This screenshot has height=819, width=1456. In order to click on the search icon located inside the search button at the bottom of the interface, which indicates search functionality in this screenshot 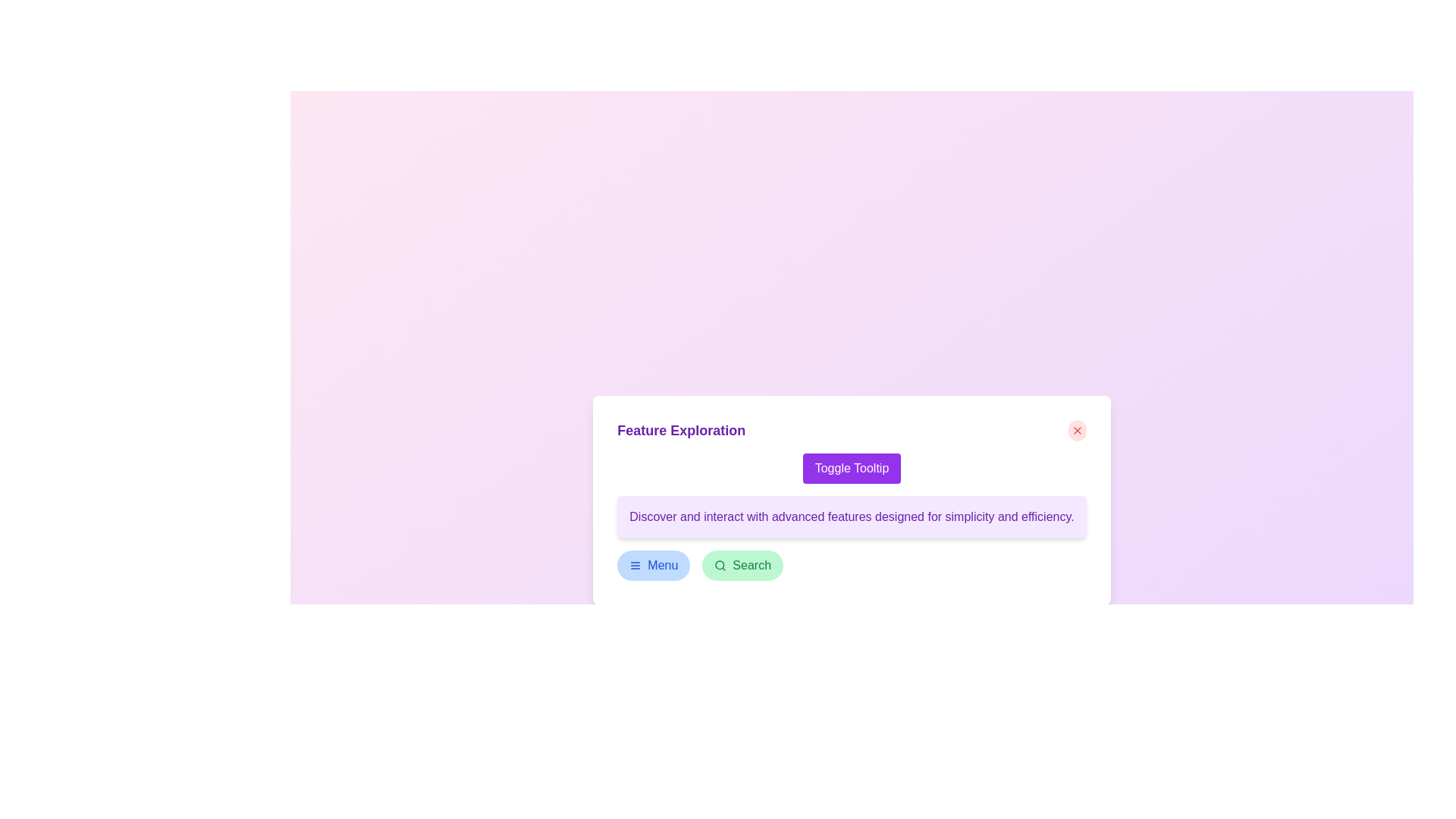, I will do `click(719, 565)`.